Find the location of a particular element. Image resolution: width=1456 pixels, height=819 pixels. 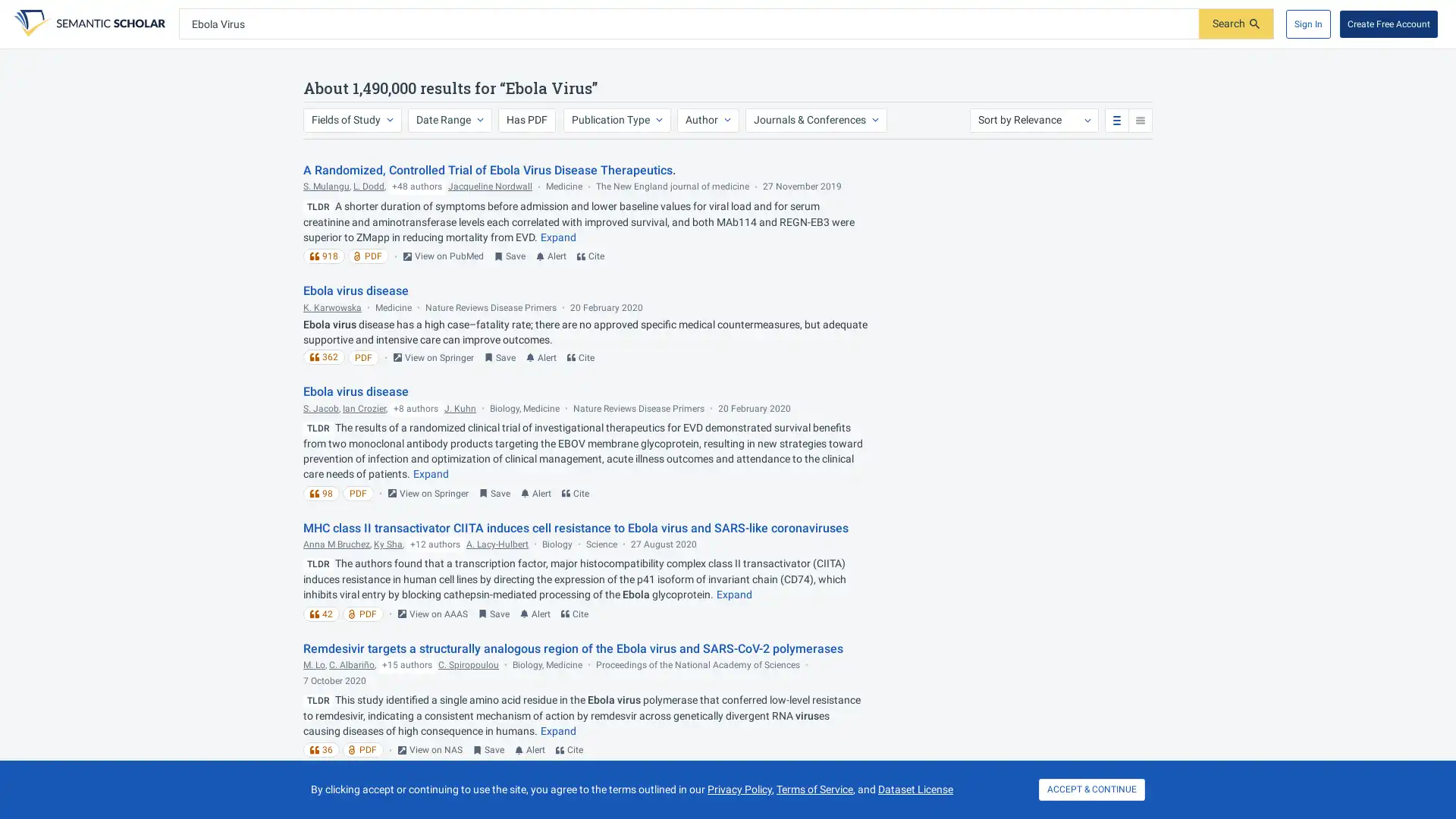

Save to Library is located at coordinates (500, 357).